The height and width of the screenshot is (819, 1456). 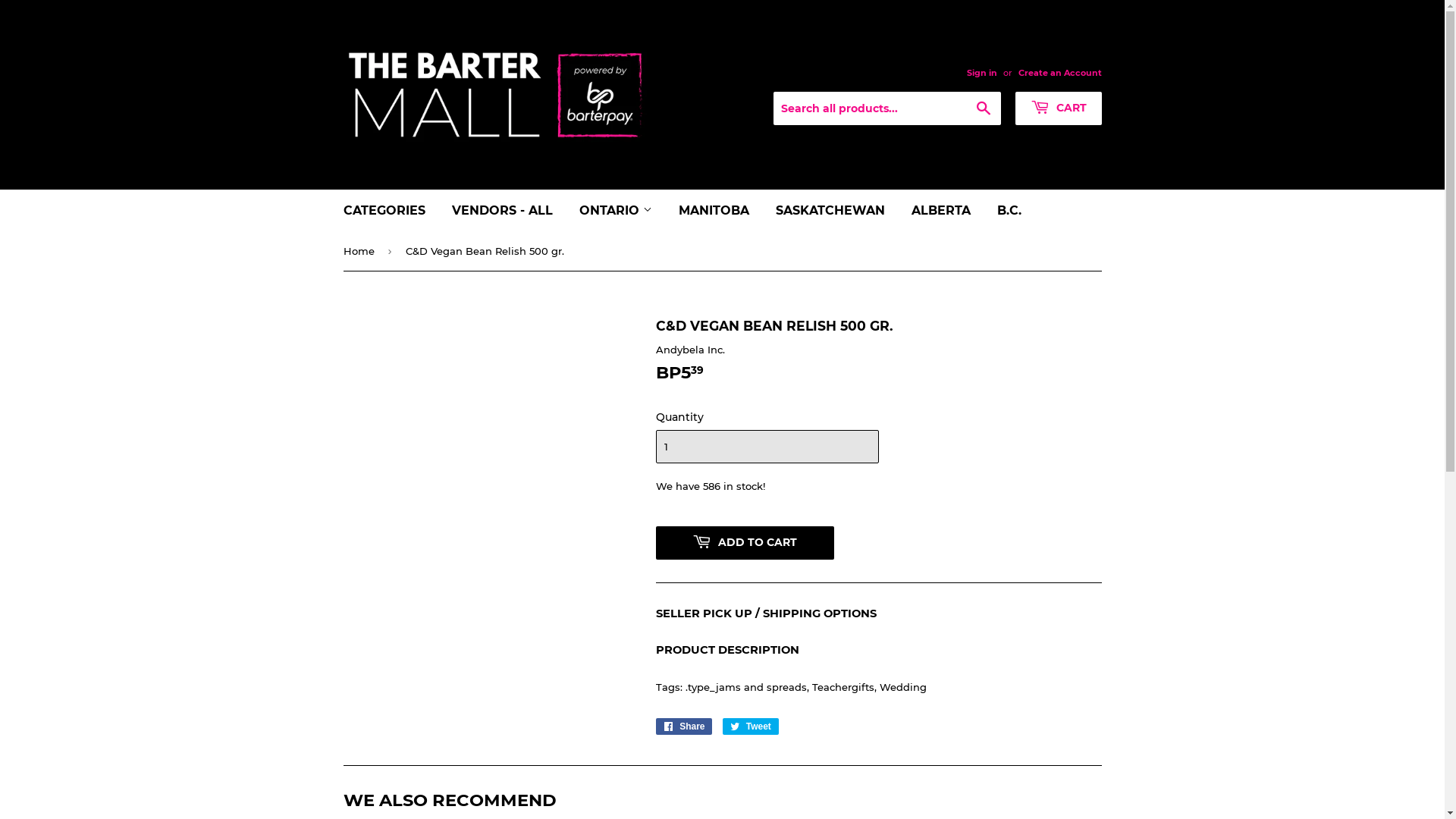 I want to click on 'ONTARIO', so click(x=615, y=210).